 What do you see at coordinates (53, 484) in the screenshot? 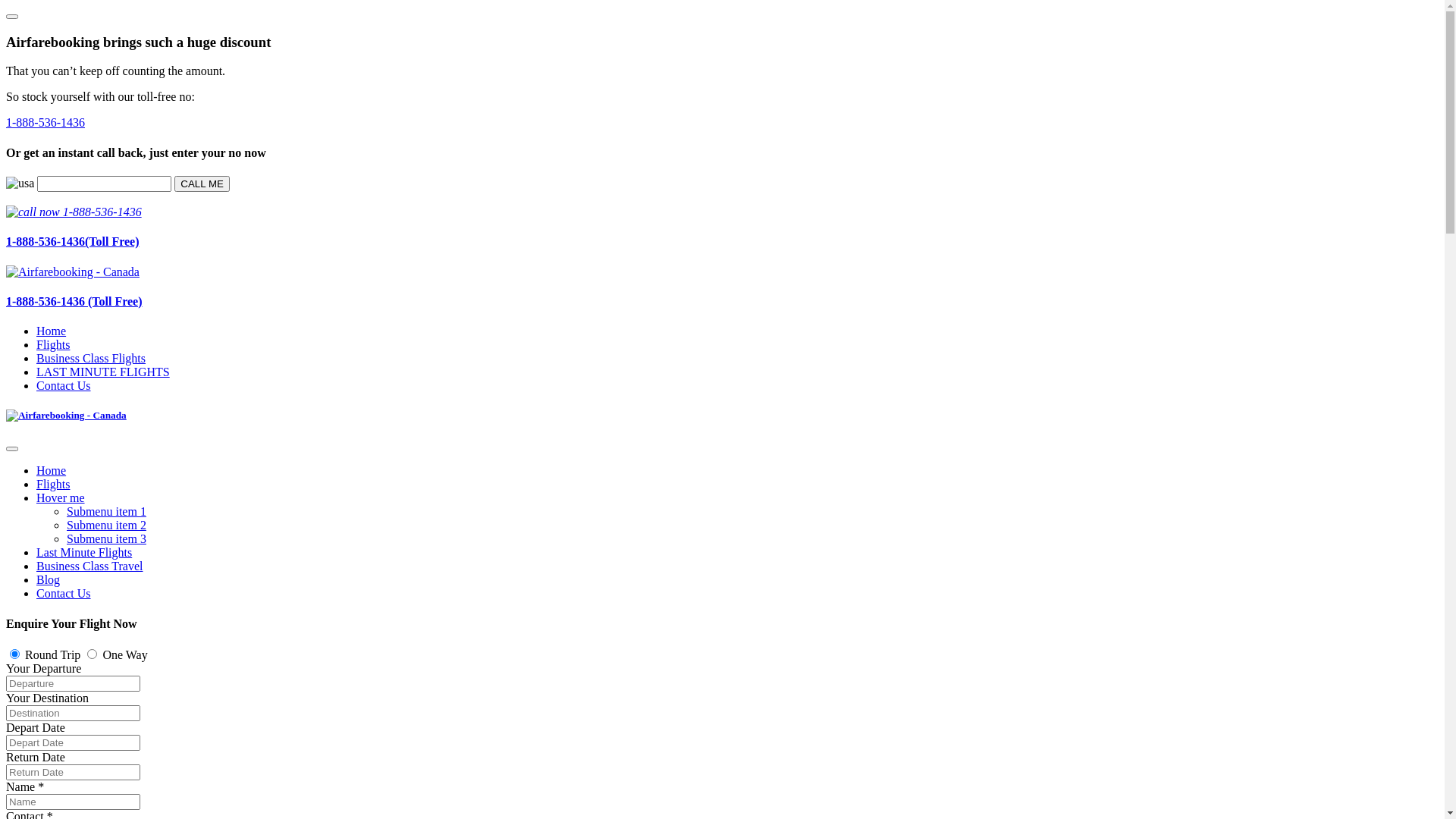
I see `'Flights'` at bounding box center [53, 484].